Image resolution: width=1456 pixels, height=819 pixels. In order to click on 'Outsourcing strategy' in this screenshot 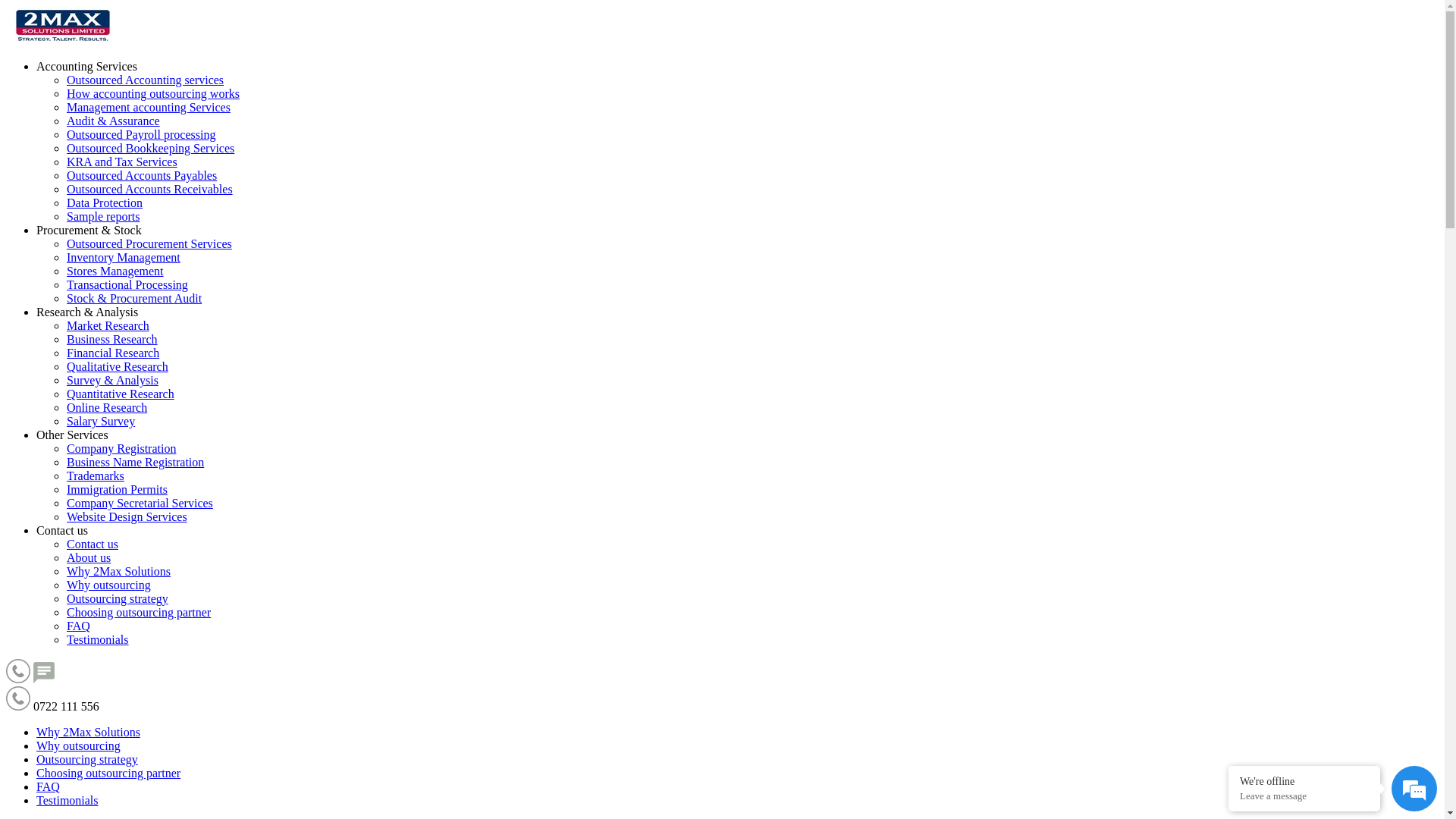, I will do `click(116, 598)`.